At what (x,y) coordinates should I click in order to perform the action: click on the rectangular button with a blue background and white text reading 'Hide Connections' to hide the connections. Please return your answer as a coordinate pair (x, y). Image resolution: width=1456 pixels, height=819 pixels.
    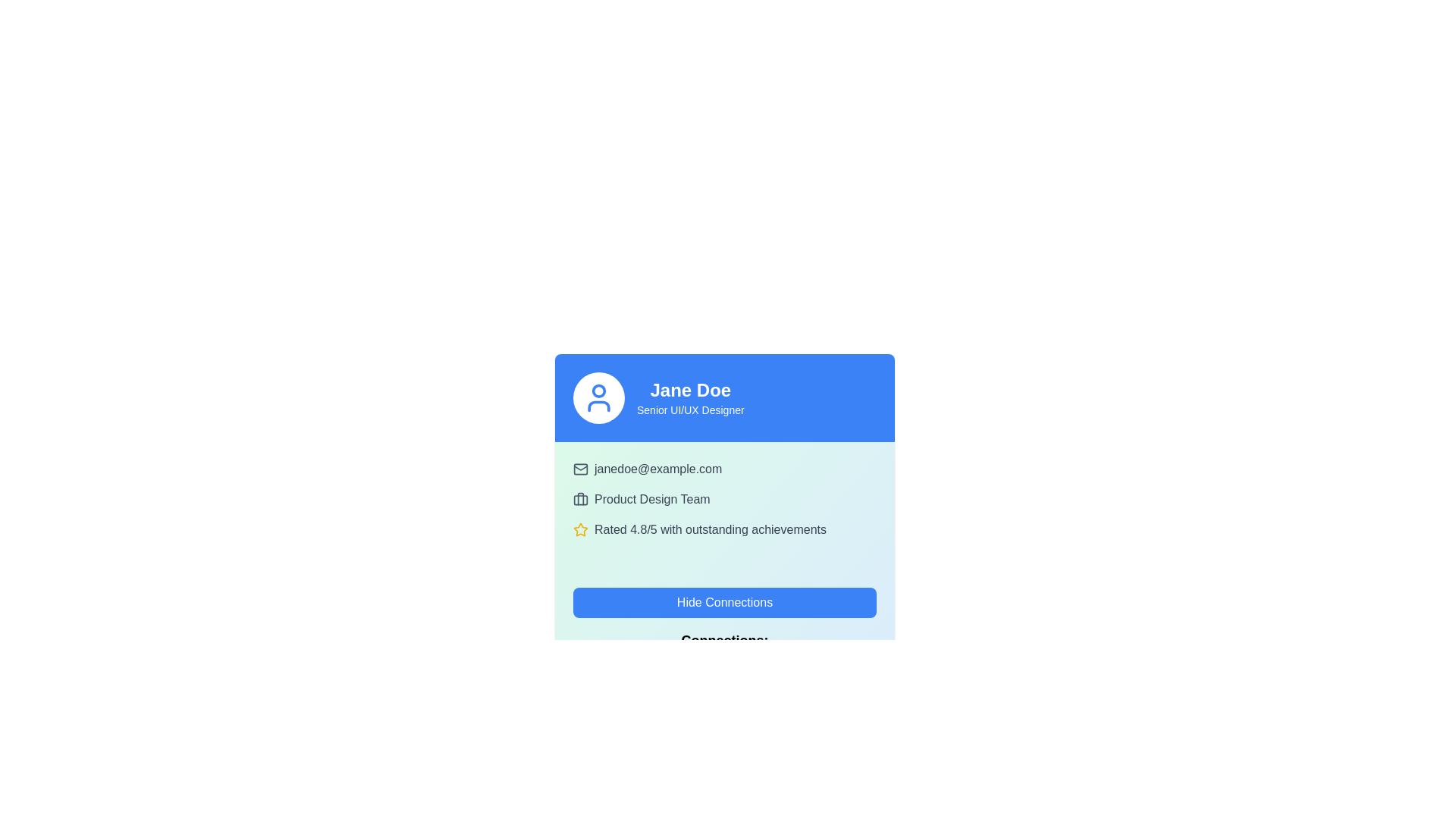
    Looking at the image, I should click on (723, 601).